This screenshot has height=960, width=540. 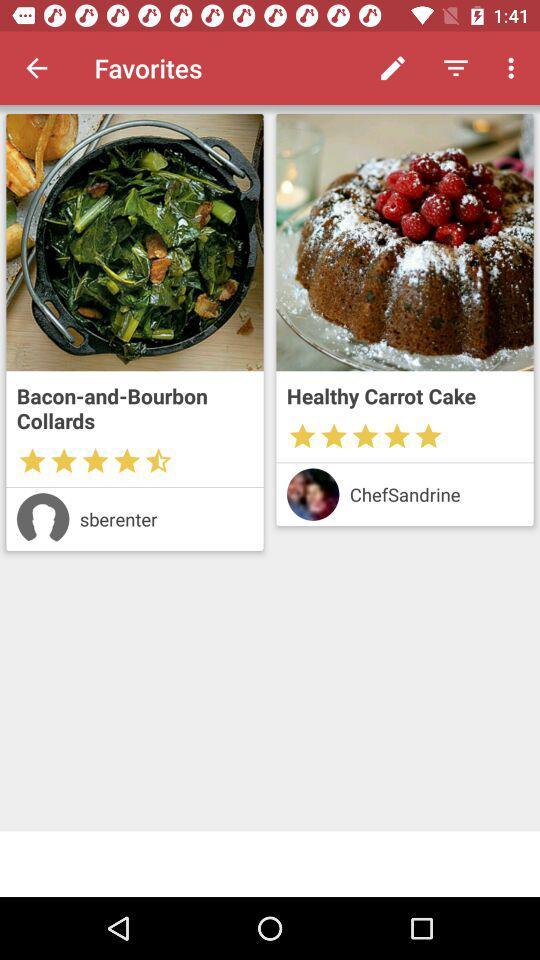 What do you see at coordinates (36, 68) in the screenshot?
I see `the item next to the favorites icon` at bounding box center [36, 68].